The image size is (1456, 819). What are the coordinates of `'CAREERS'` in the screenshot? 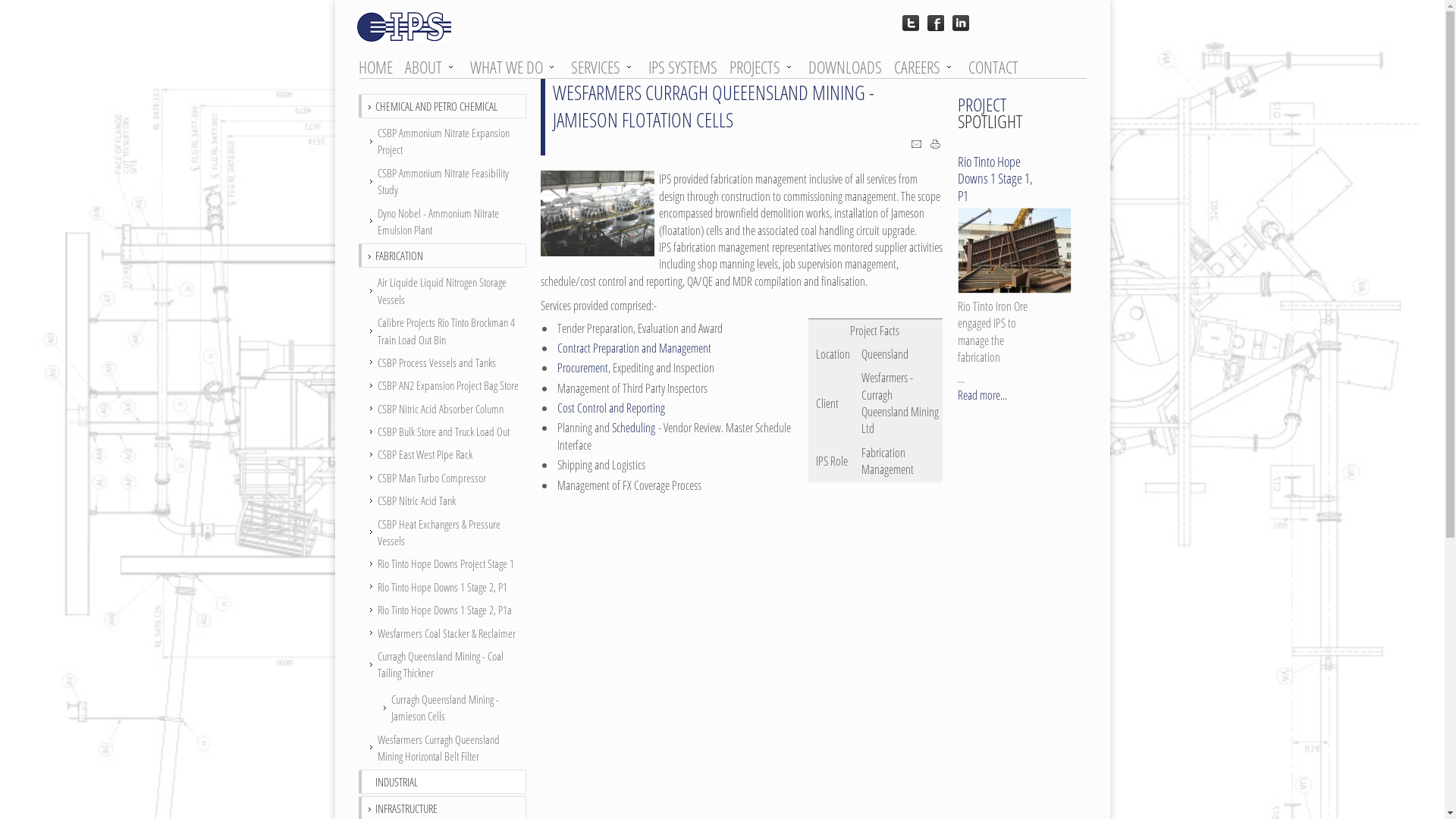 It's located at (893, 66).